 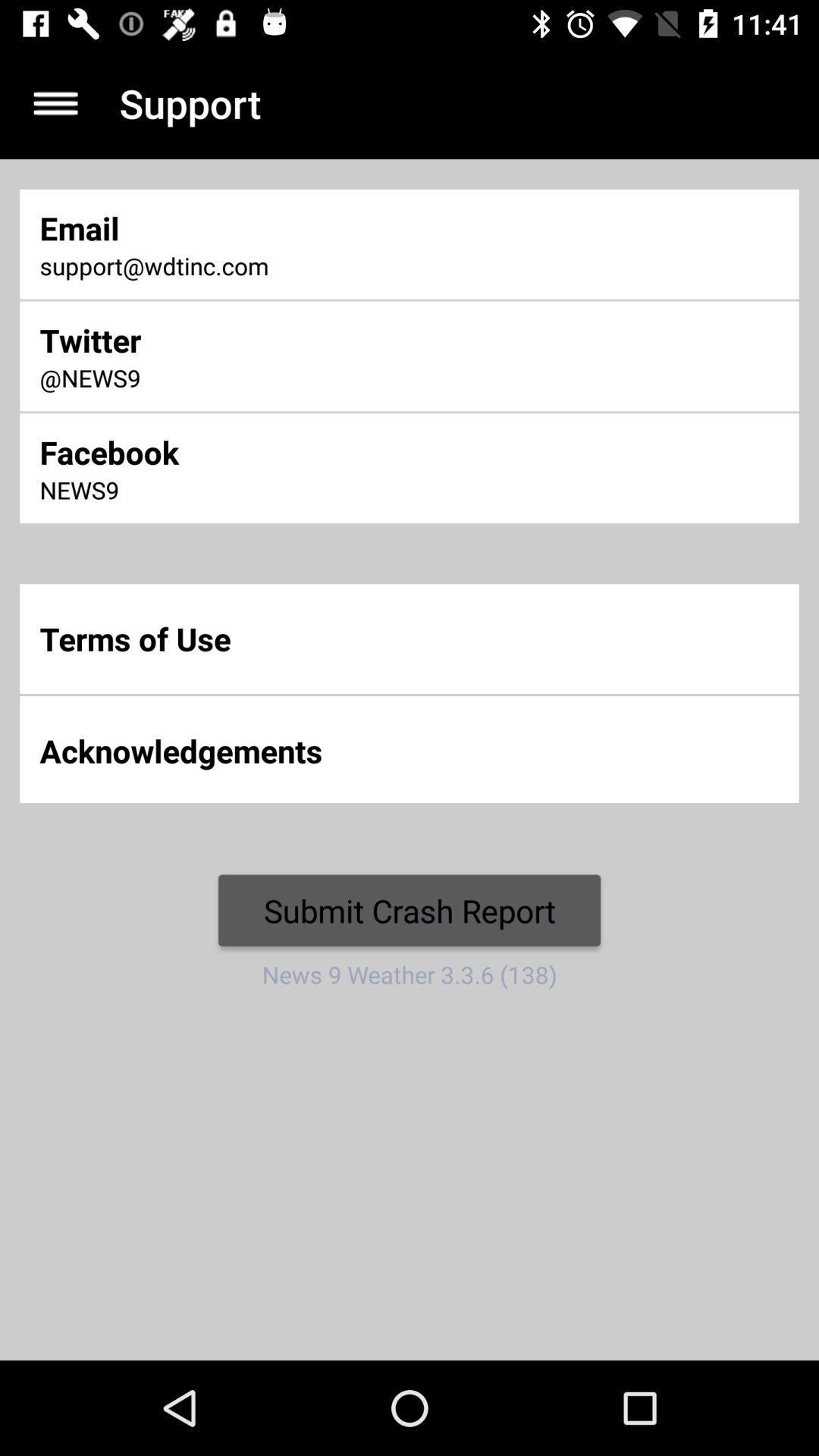 What do you see at coordinates (55, 102) in the screenshot?
I see `navigation menu` at bounding box center [55, 102].